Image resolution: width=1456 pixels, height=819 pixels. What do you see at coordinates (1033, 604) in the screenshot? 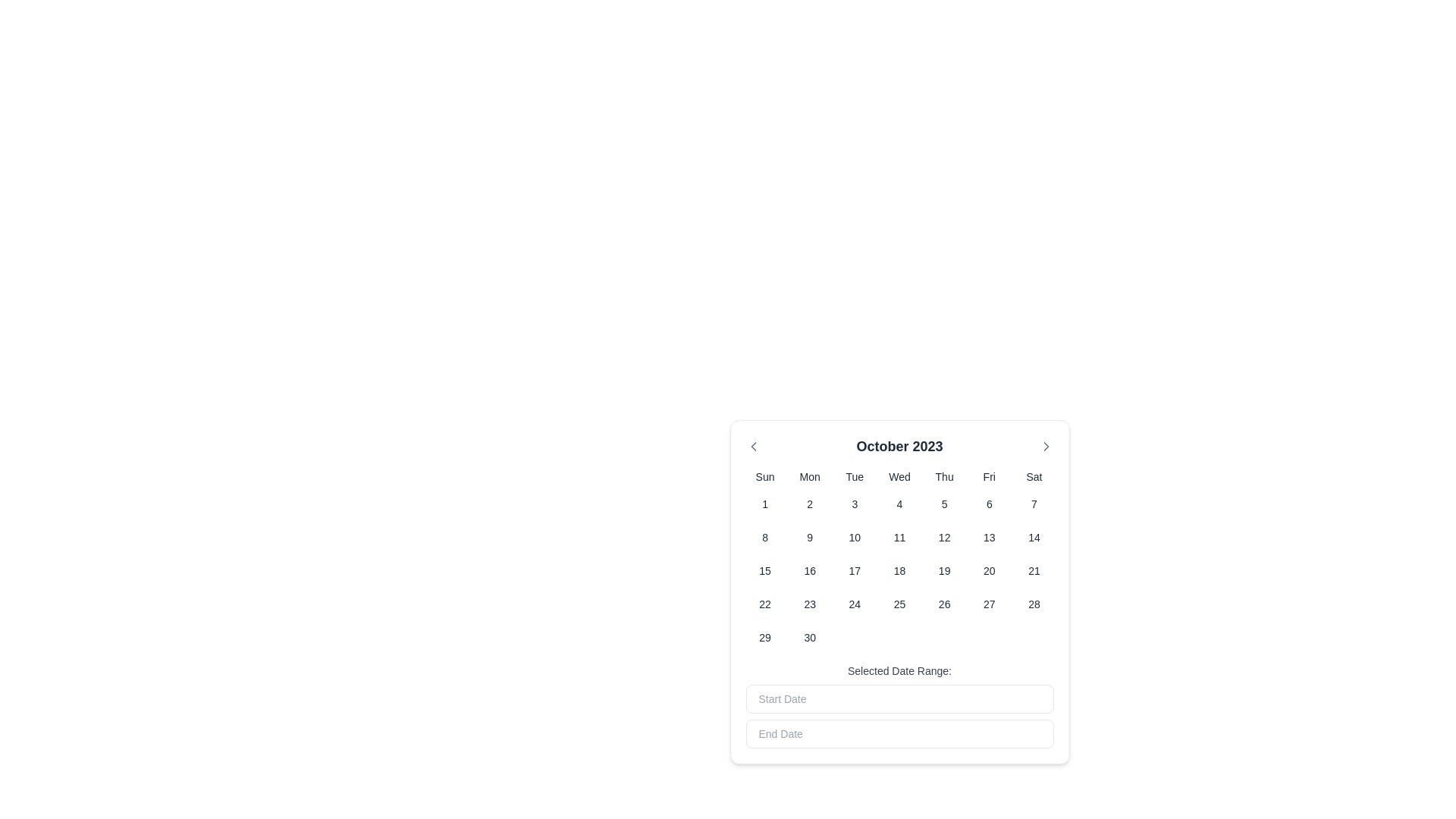
I see `the Clickable day cell representing October 28th in the calendar grid` at bounding box center [1033, 604].